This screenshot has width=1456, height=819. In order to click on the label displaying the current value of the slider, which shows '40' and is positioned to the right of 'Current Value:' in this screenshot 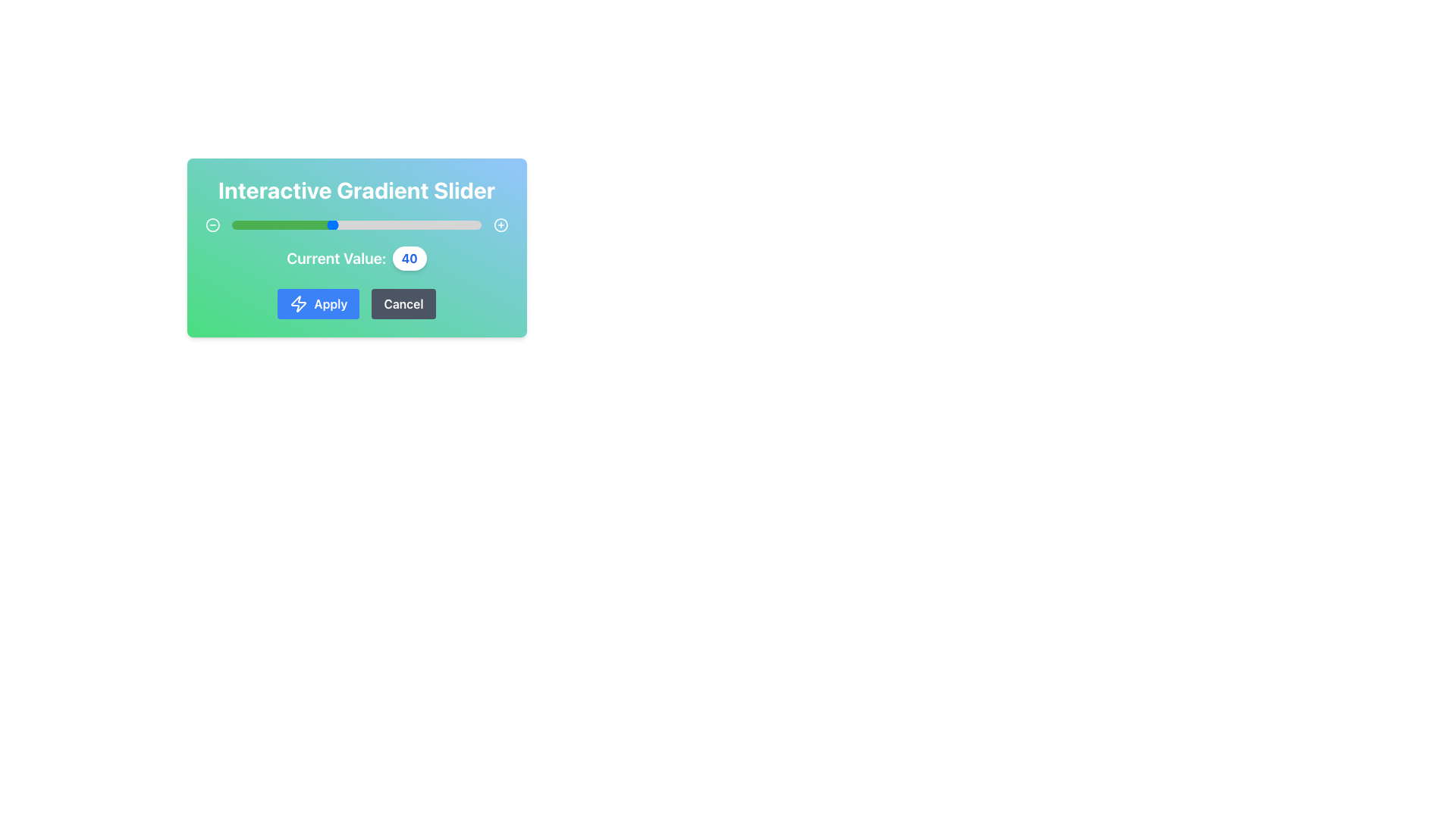, I will do `click(409, 257)`.